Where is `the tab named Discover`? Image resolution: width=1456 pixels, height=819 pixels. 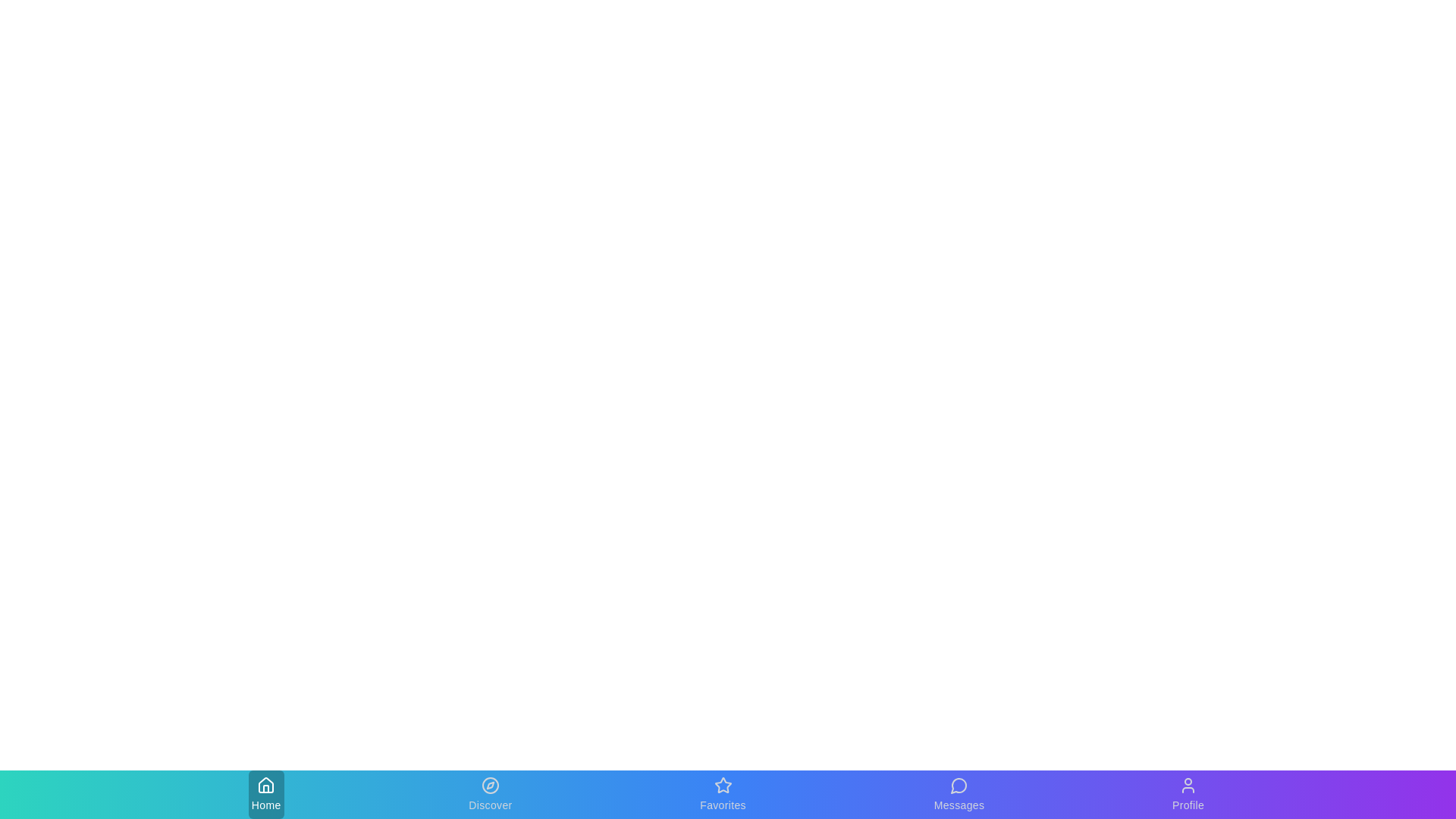 the tab named Discover is located at coordinates (490, 794).